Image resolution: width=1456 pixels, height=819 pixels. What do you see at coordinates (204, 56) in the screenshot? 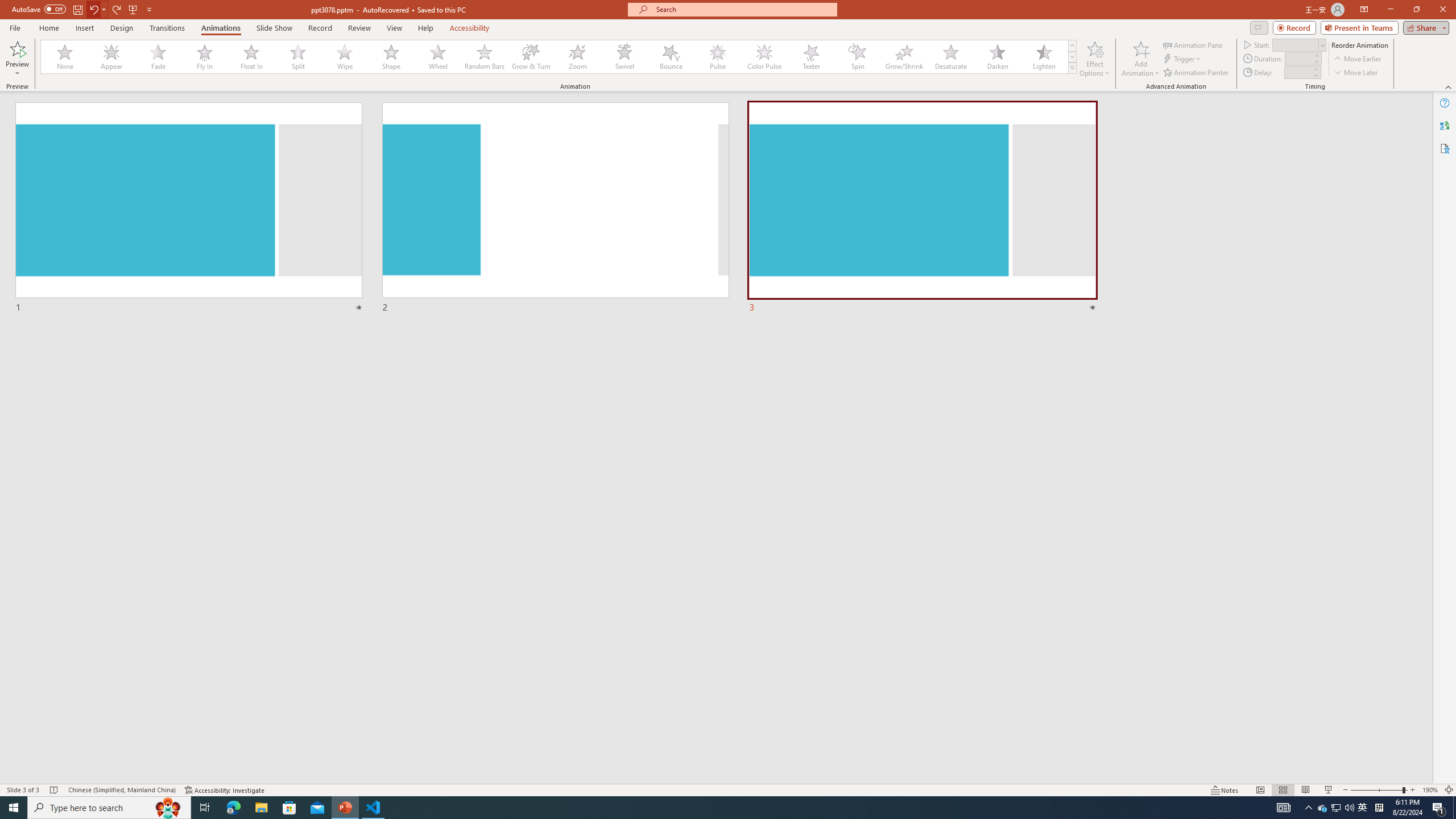
I see `'Fly In'` at bounding box center [204, 56].